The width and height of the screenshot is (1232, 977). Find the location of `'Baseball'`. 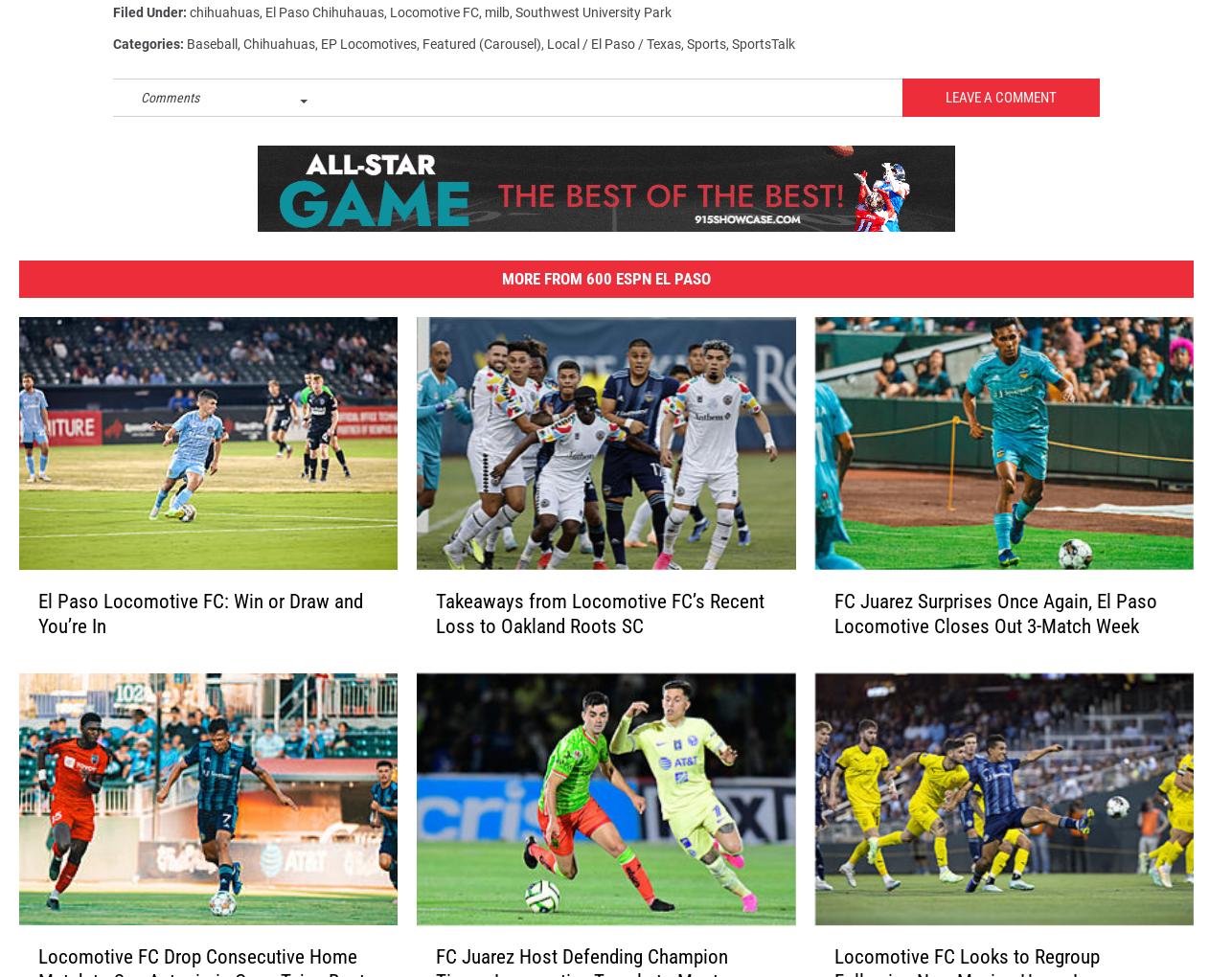

'Baseball' is located at coordinates (212, 52).